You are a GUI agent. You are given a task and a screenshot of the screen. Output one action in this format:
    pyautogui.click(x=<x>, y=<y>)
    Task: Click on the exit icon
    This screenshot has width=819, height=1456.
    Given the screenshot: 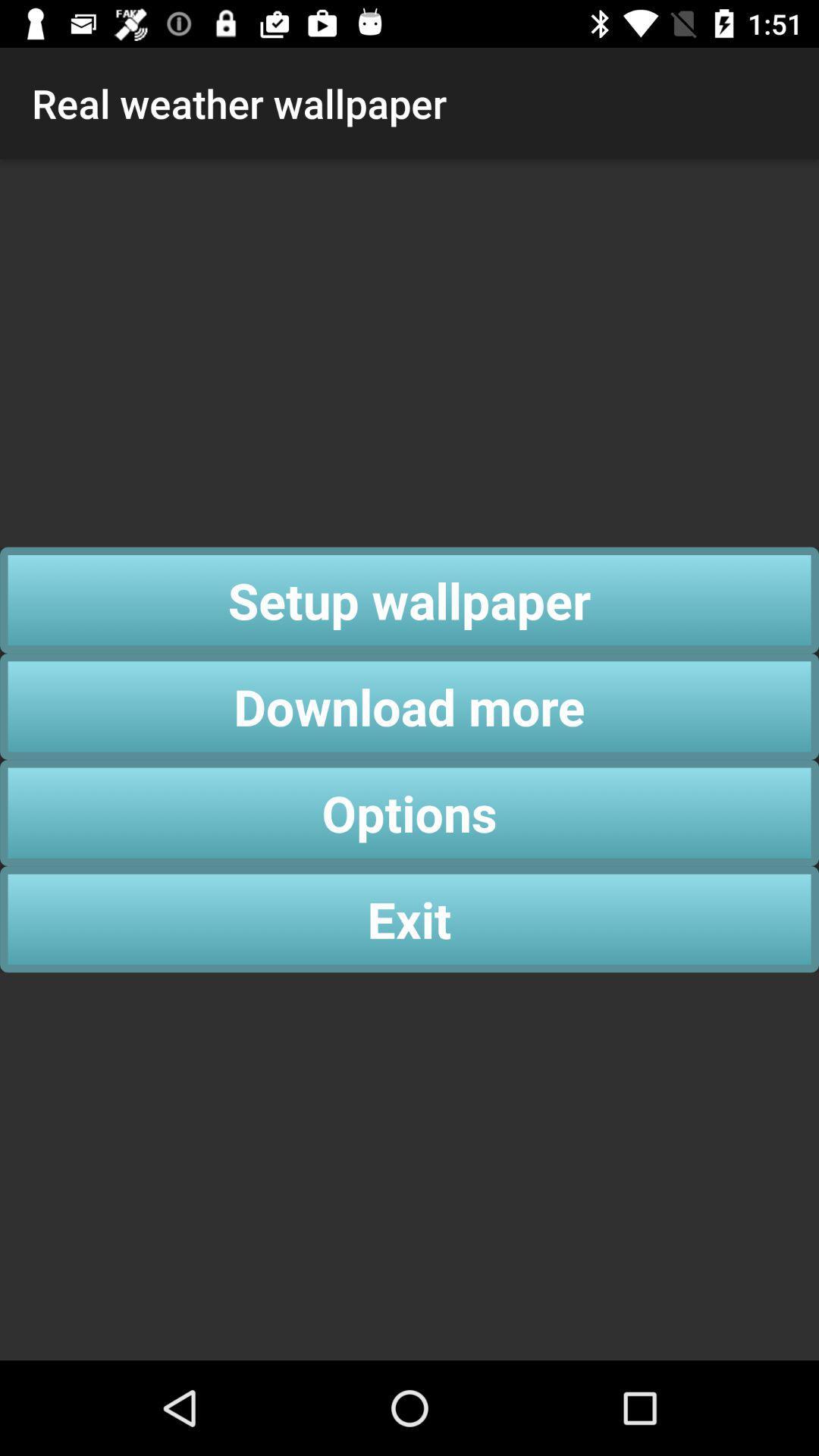 What is the action you would take?
    pyautogui.click(x=409, y=918)
    